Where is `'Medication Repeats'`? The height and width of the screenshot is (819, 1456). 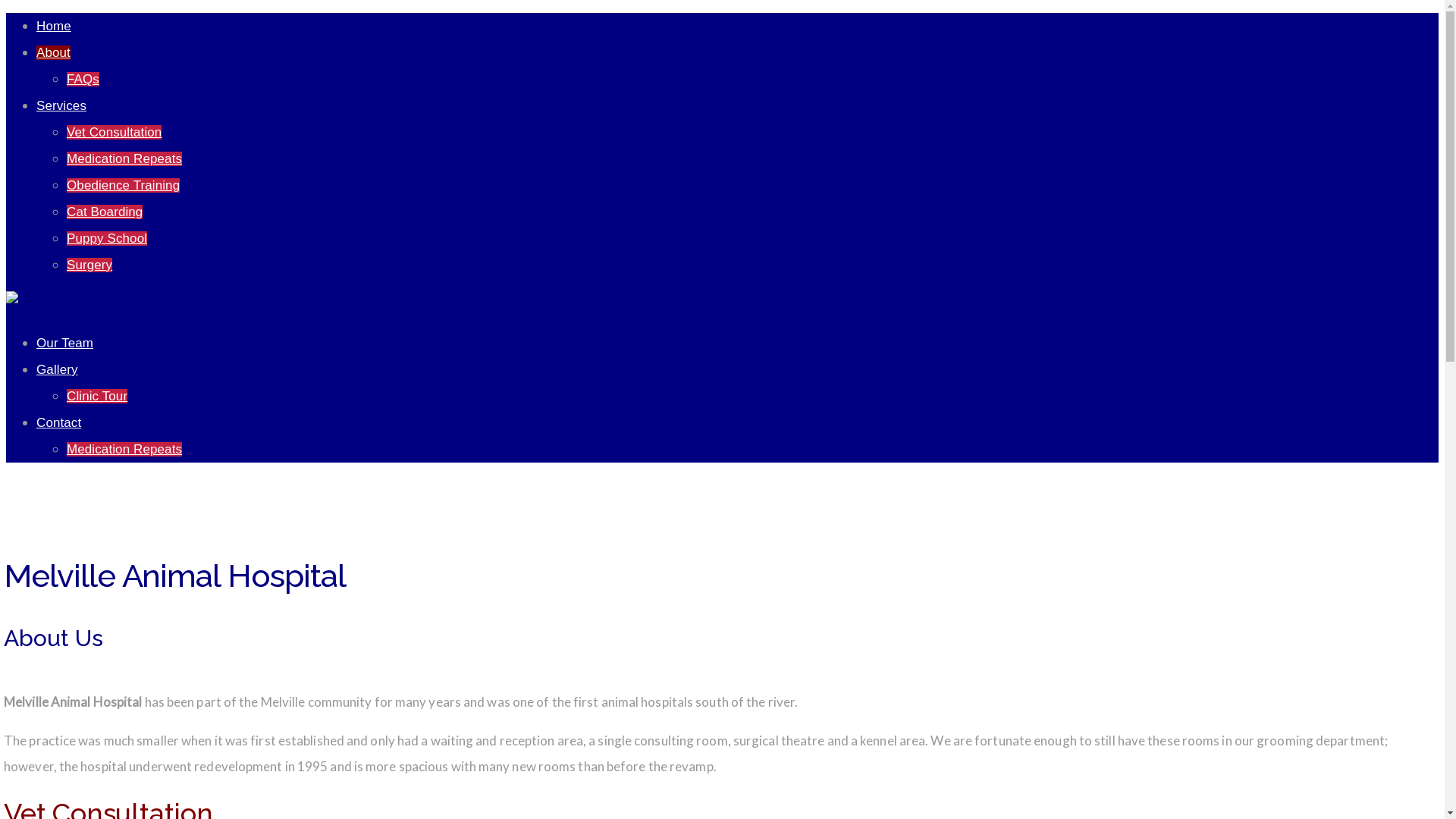
'Medication Repeats' is located at coordinates (65, 158).